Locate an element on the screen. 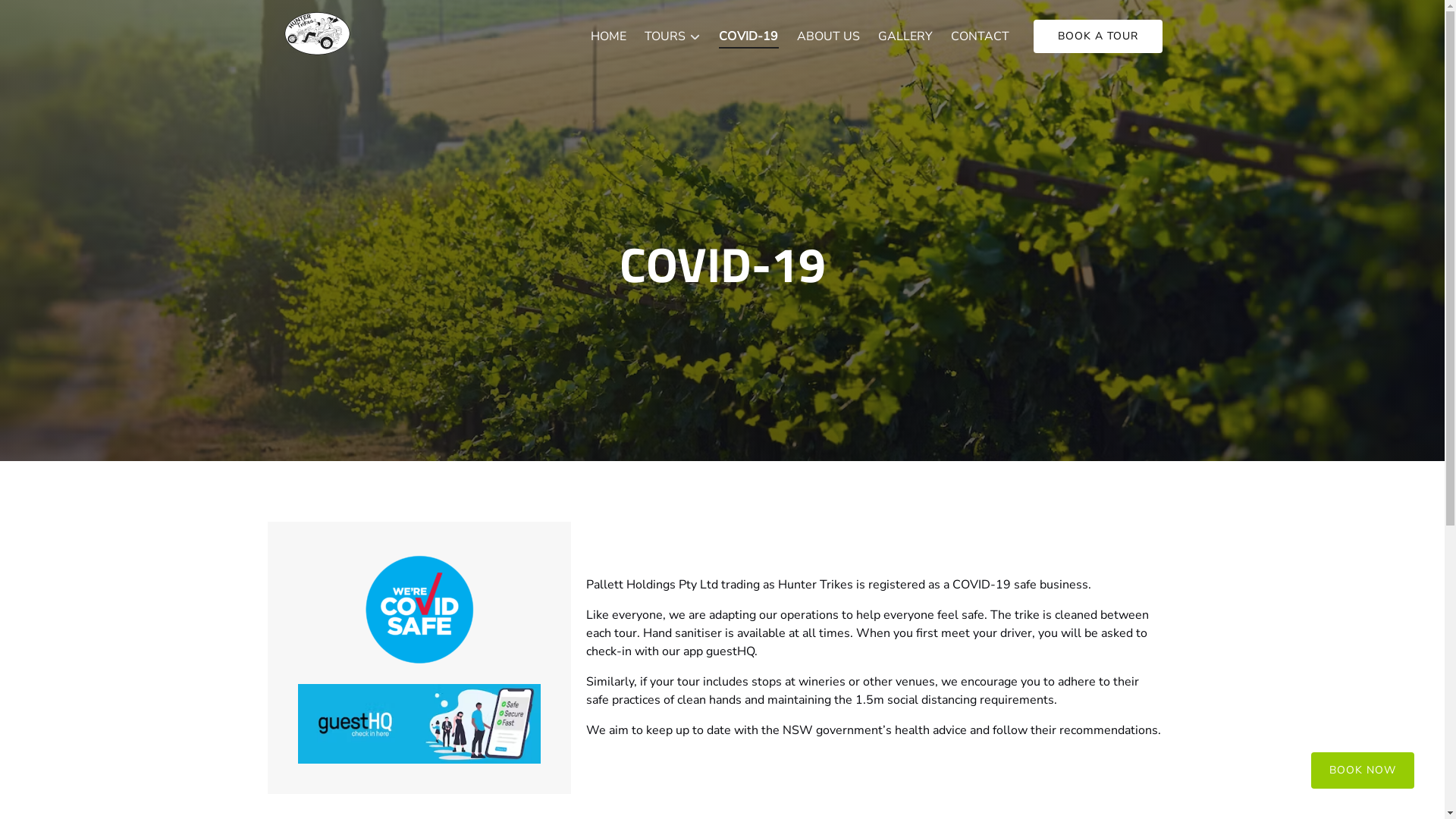 Image resolution: width=1456 pixels, height=819 pixels. 'guesthq image' is located at coordinates (419, 723).